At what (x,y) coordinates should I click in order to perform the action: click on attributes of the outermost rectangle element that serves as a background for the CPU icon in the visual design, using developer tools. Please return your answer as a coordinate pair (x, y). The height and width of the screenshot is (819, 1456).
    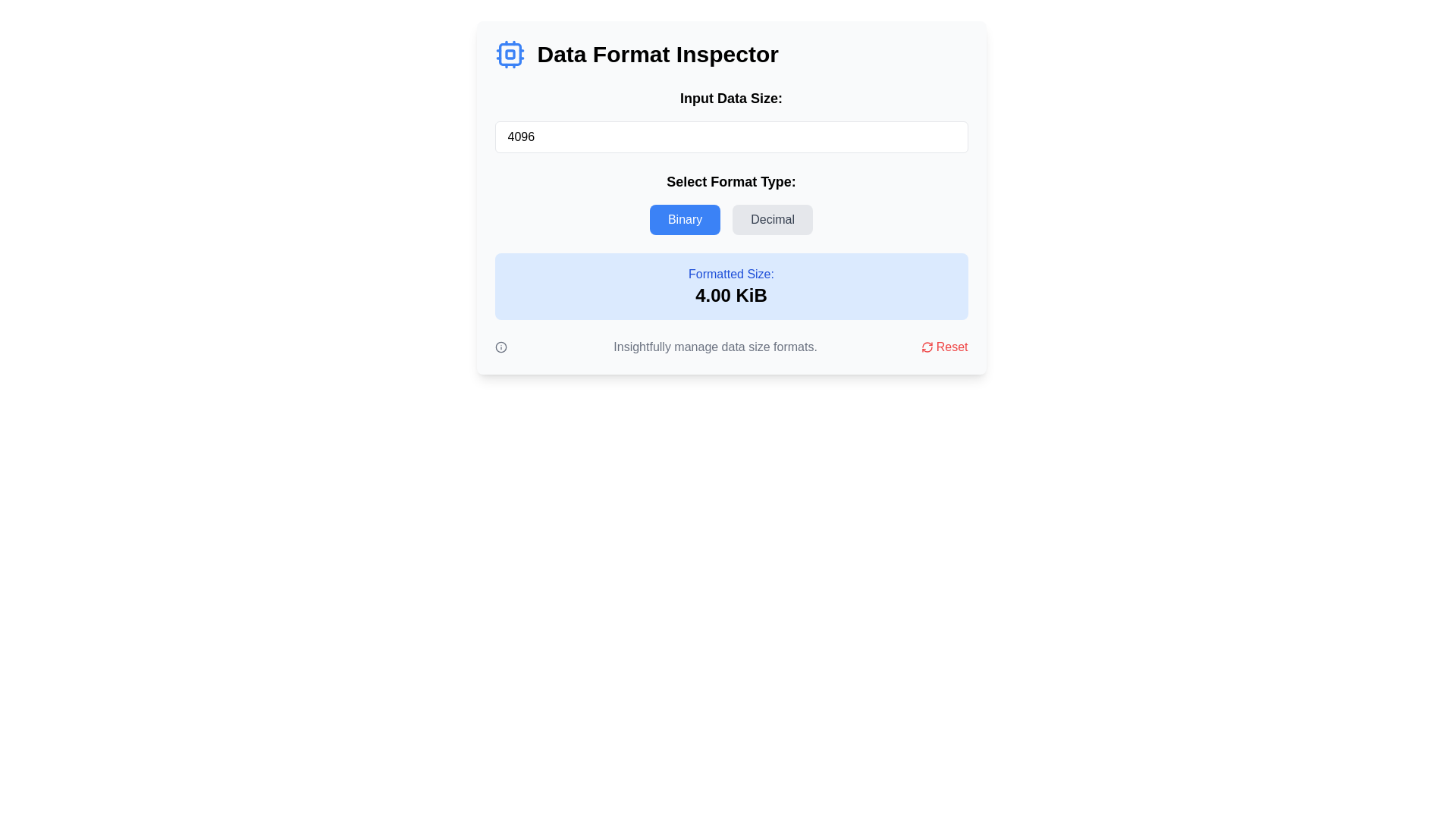
    Looking at the image, I should click on (510, 54).